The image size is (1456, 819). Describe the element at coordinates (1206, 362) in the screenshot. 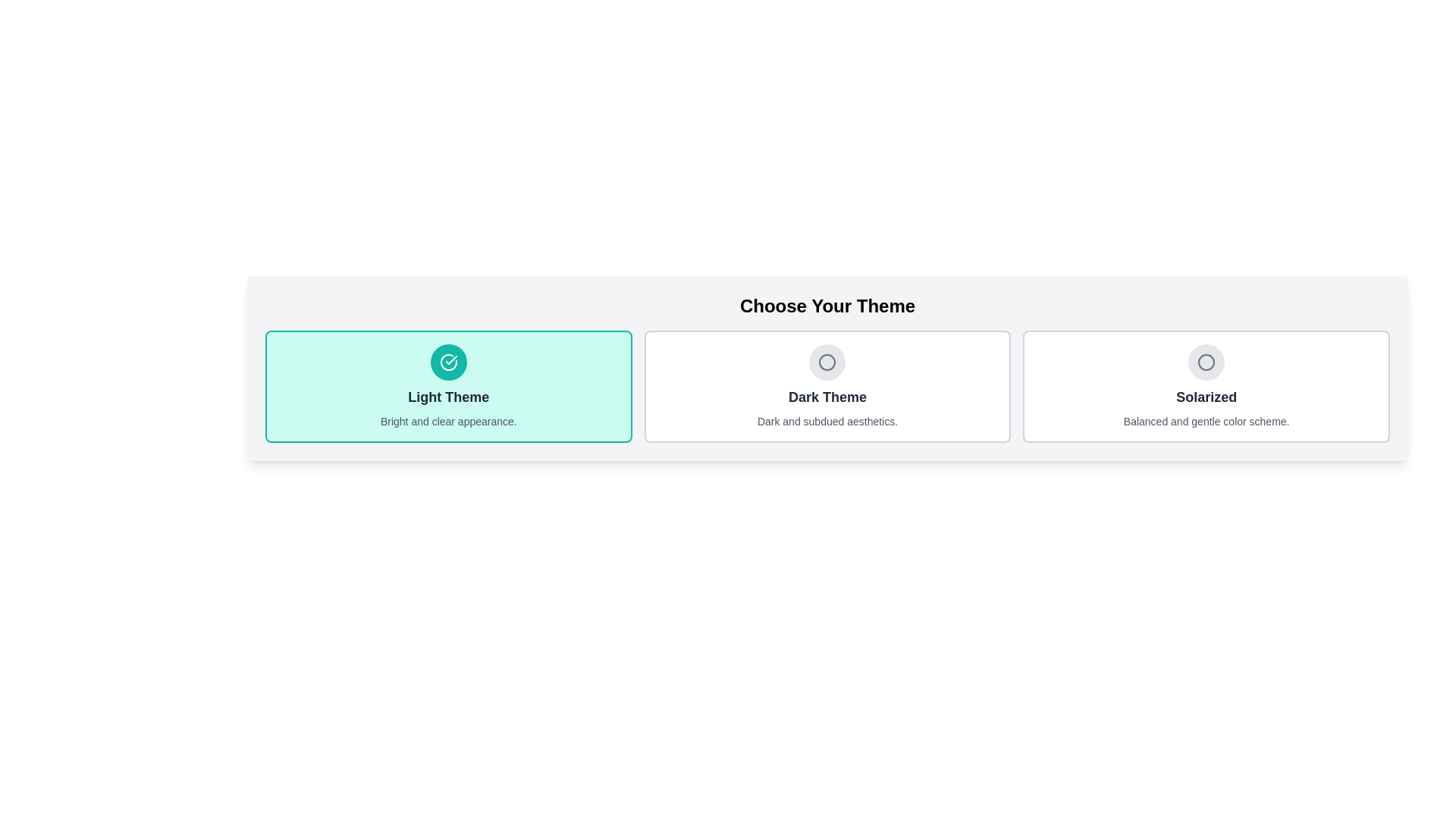

I see `the graphical vector circle indicating the chosen or unchosen state of the Solarized theme card, which is the third card in the theme selection layout` at that location.